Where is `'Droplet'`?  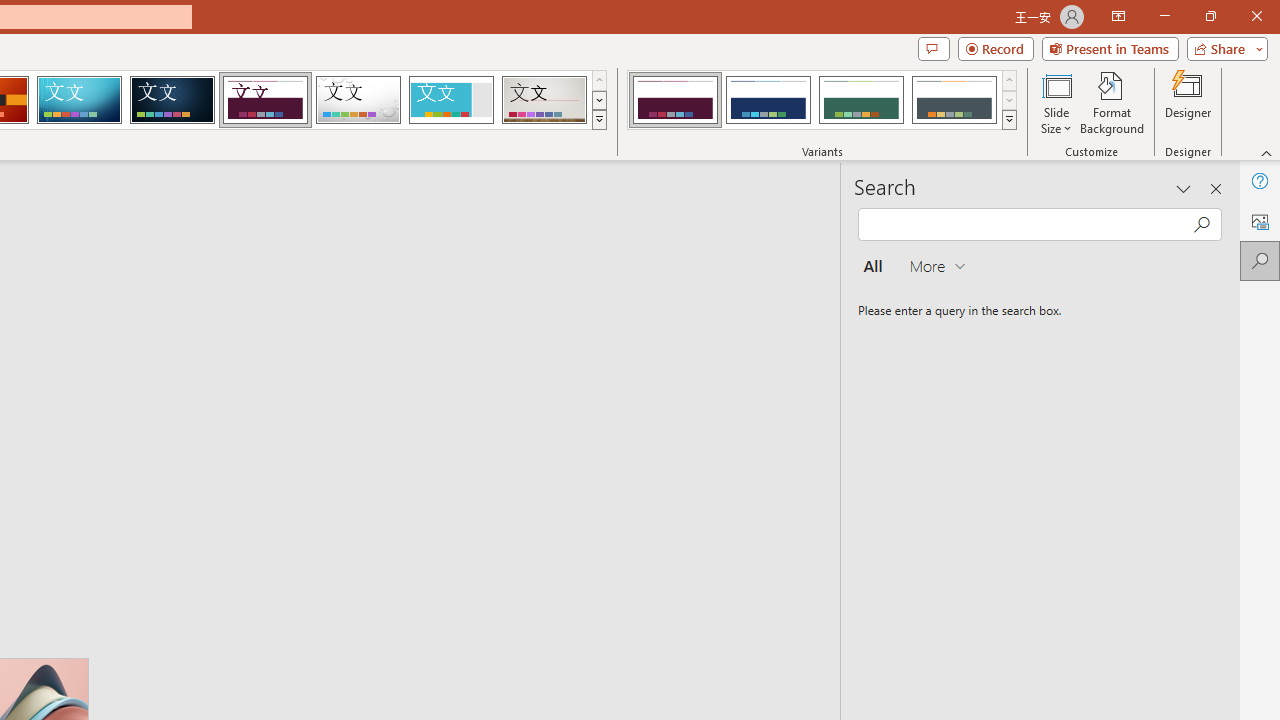
'Droplet' is located at coordinates (358, 100).